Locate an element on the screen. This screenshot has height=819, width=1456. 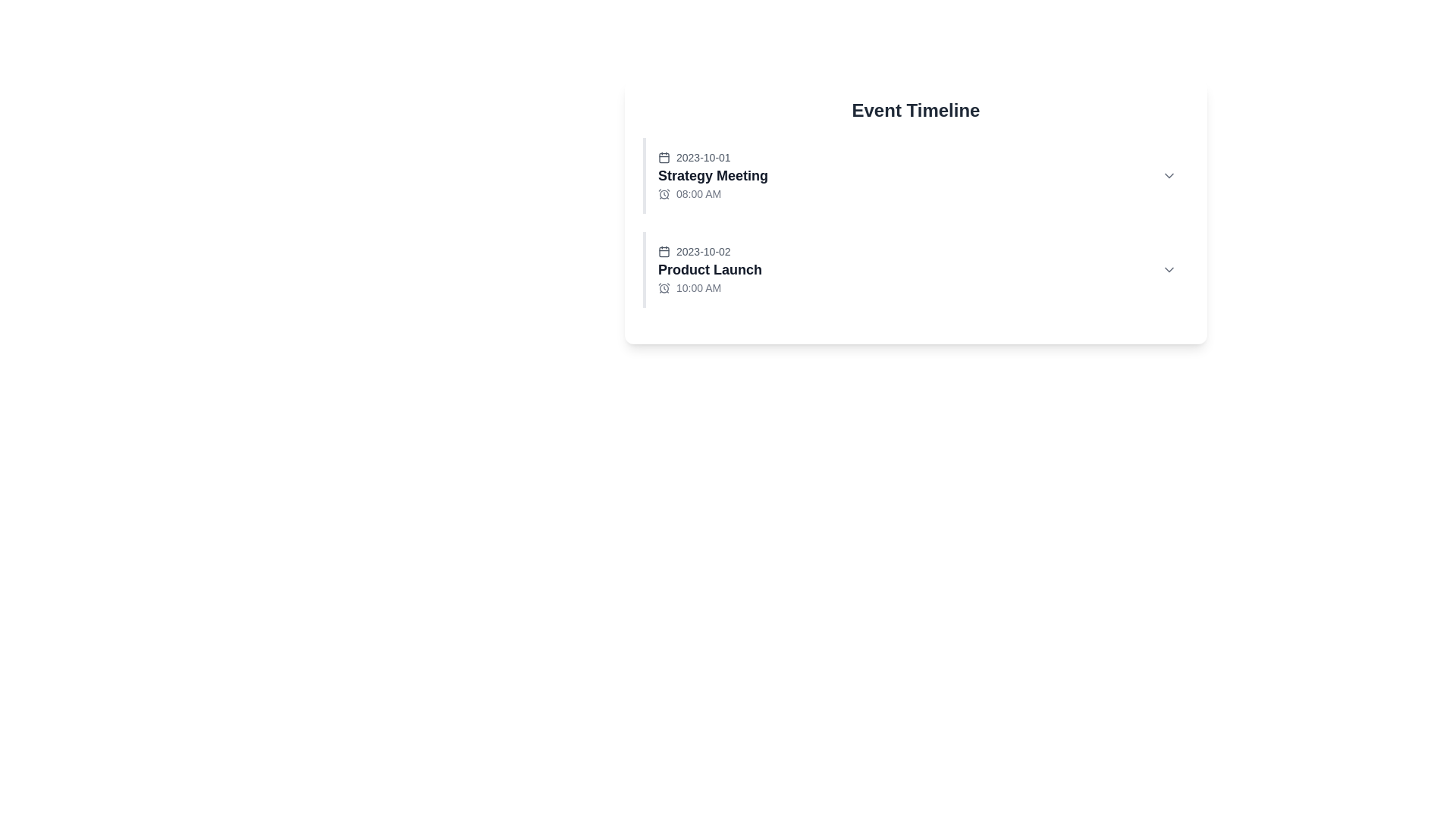
scheduled time information (08:00 AM) displayed in the text label below the 'Strategy Meeting' title in the event timeline is located at coordinates (712, 193).